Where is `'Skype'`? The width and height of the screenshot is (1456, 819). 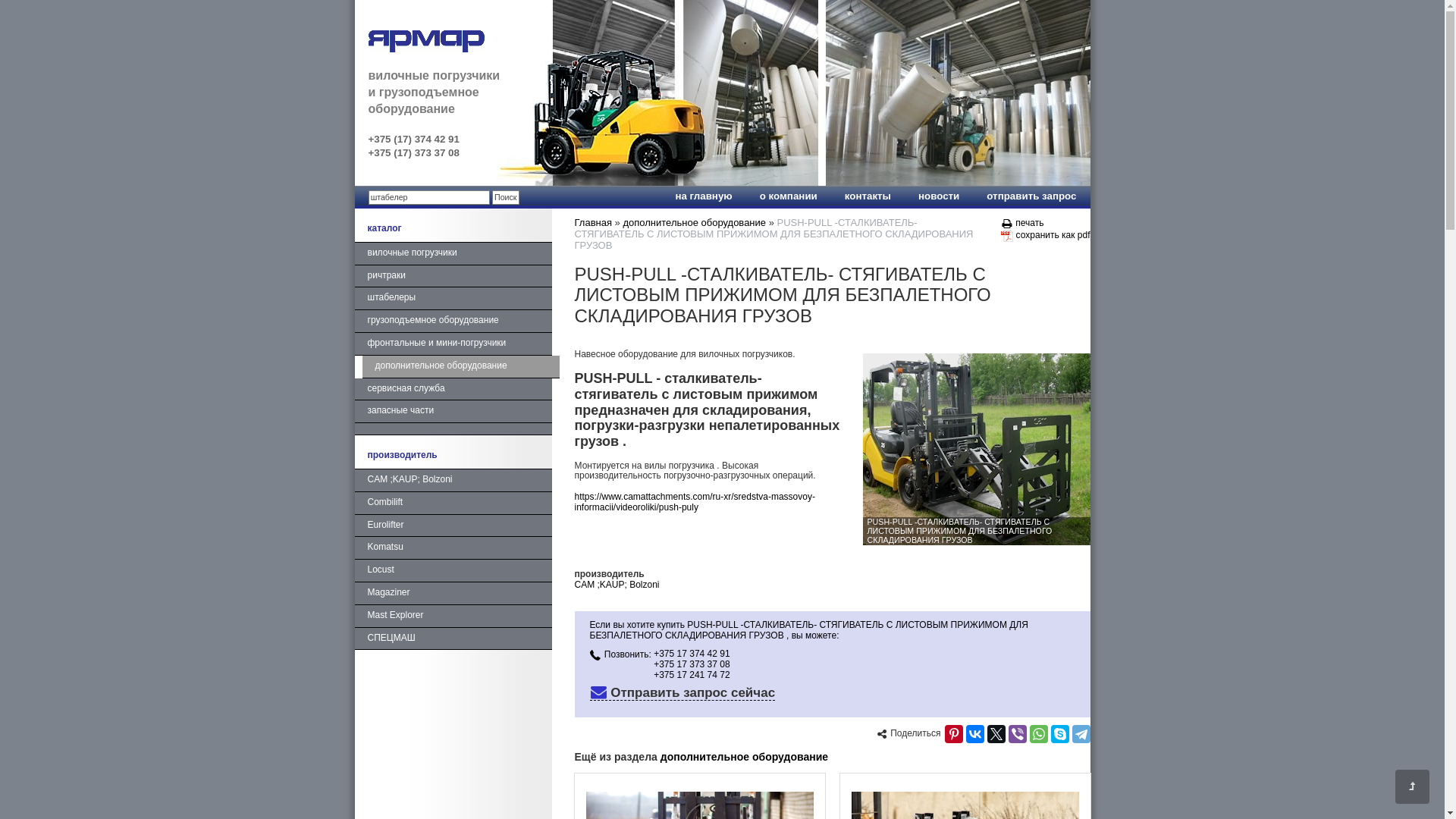
'Skype' is located at coordinates (1059, 733).